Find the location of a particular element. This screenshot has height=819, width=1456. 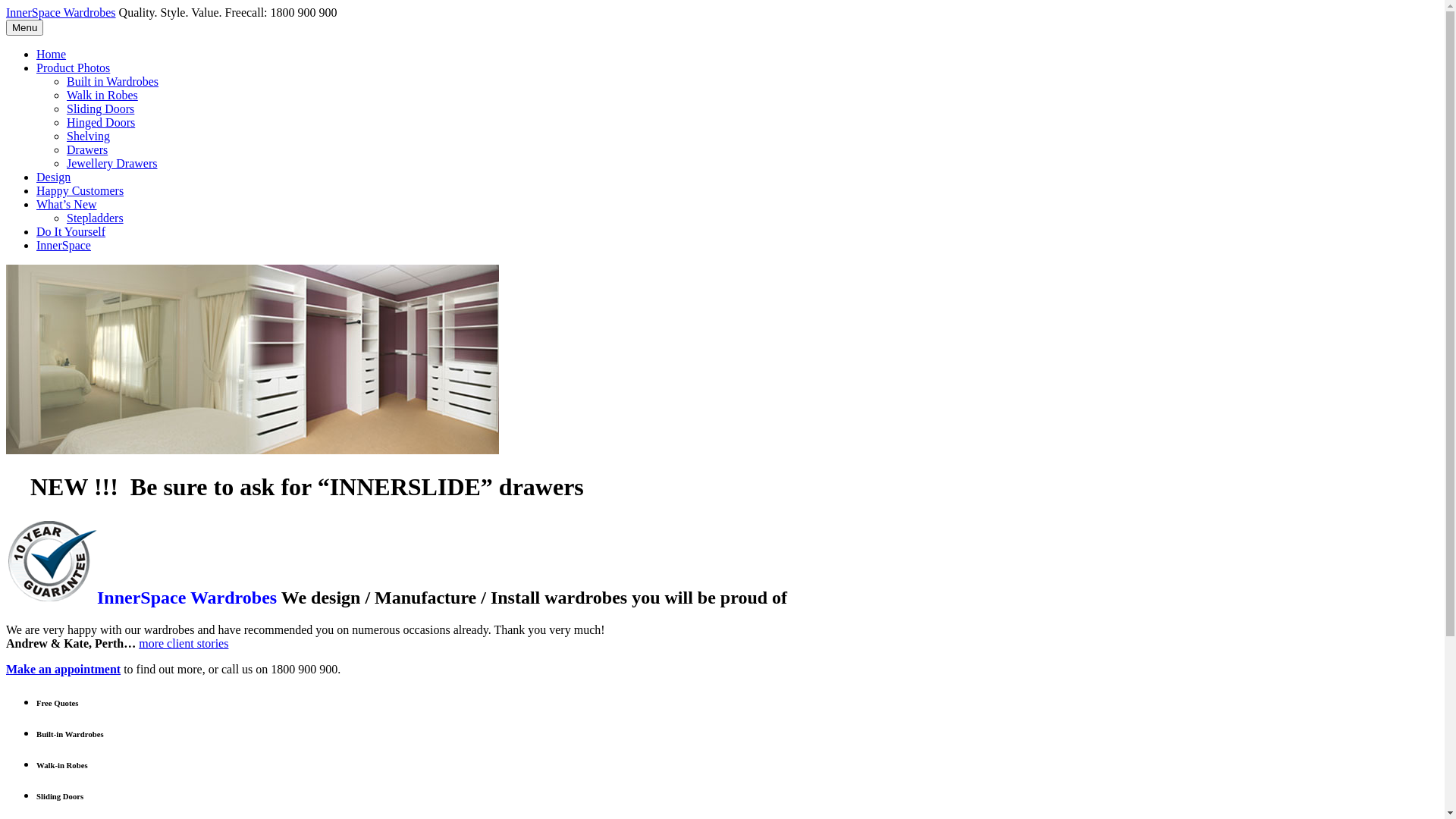

'Design' is located at coordinates (53, 176).